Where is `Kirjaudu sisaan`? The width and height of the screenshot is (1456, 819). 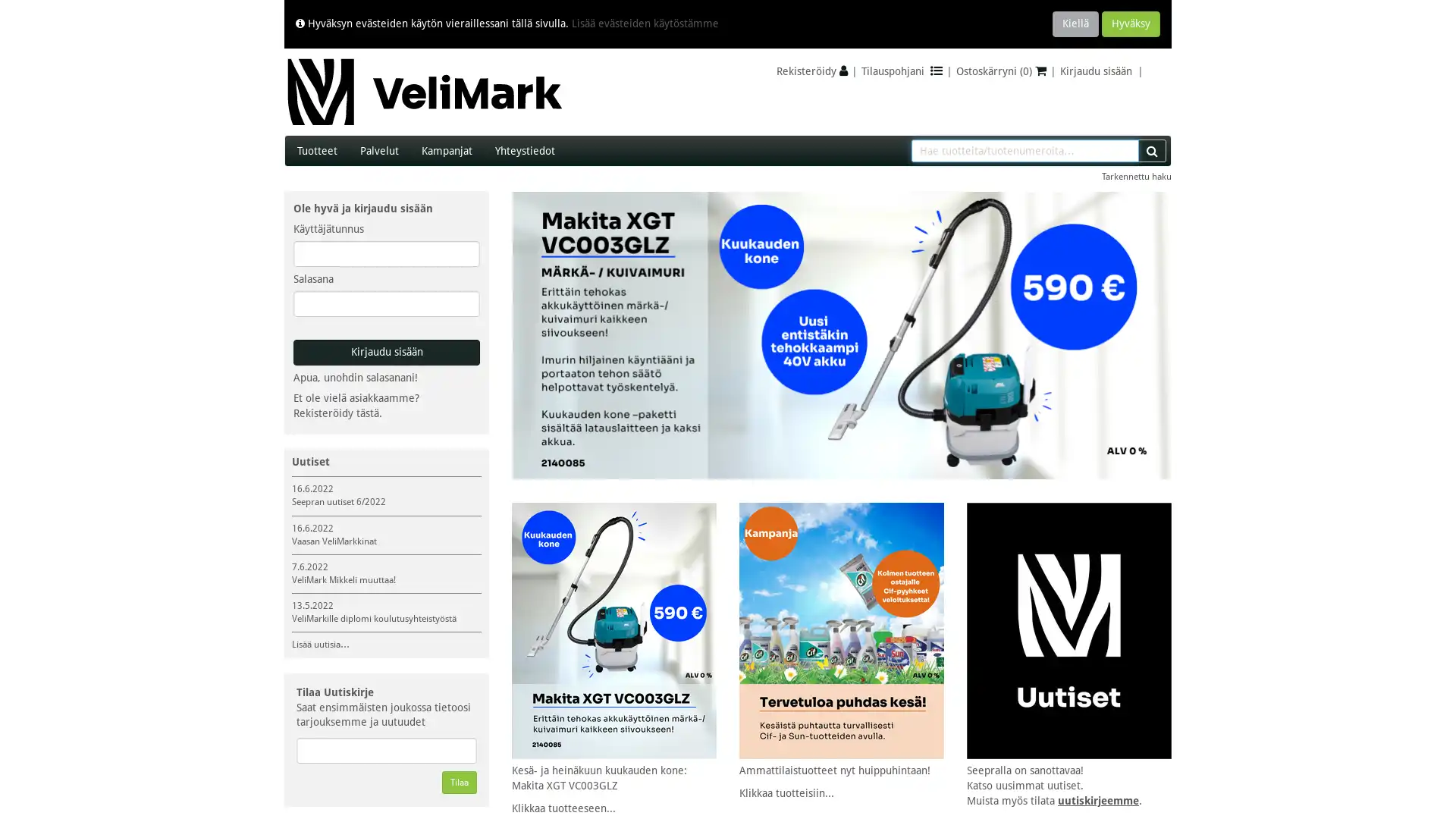
Kirjaudu sisaan is located at coordinates (386, 353).